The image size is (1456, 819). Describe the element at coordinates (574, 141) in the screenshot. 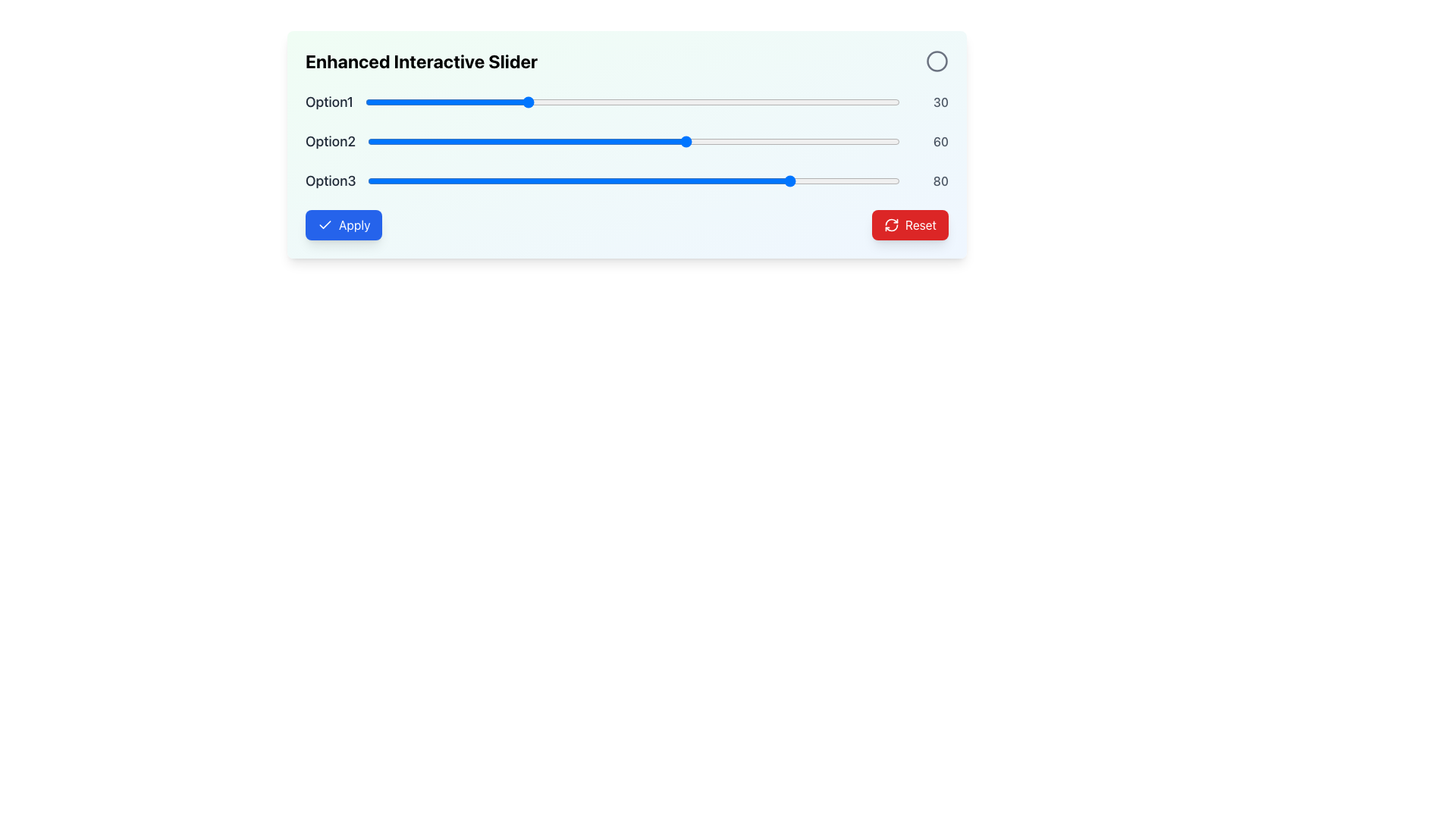

I see `the slider for 'Option2'` at that location.